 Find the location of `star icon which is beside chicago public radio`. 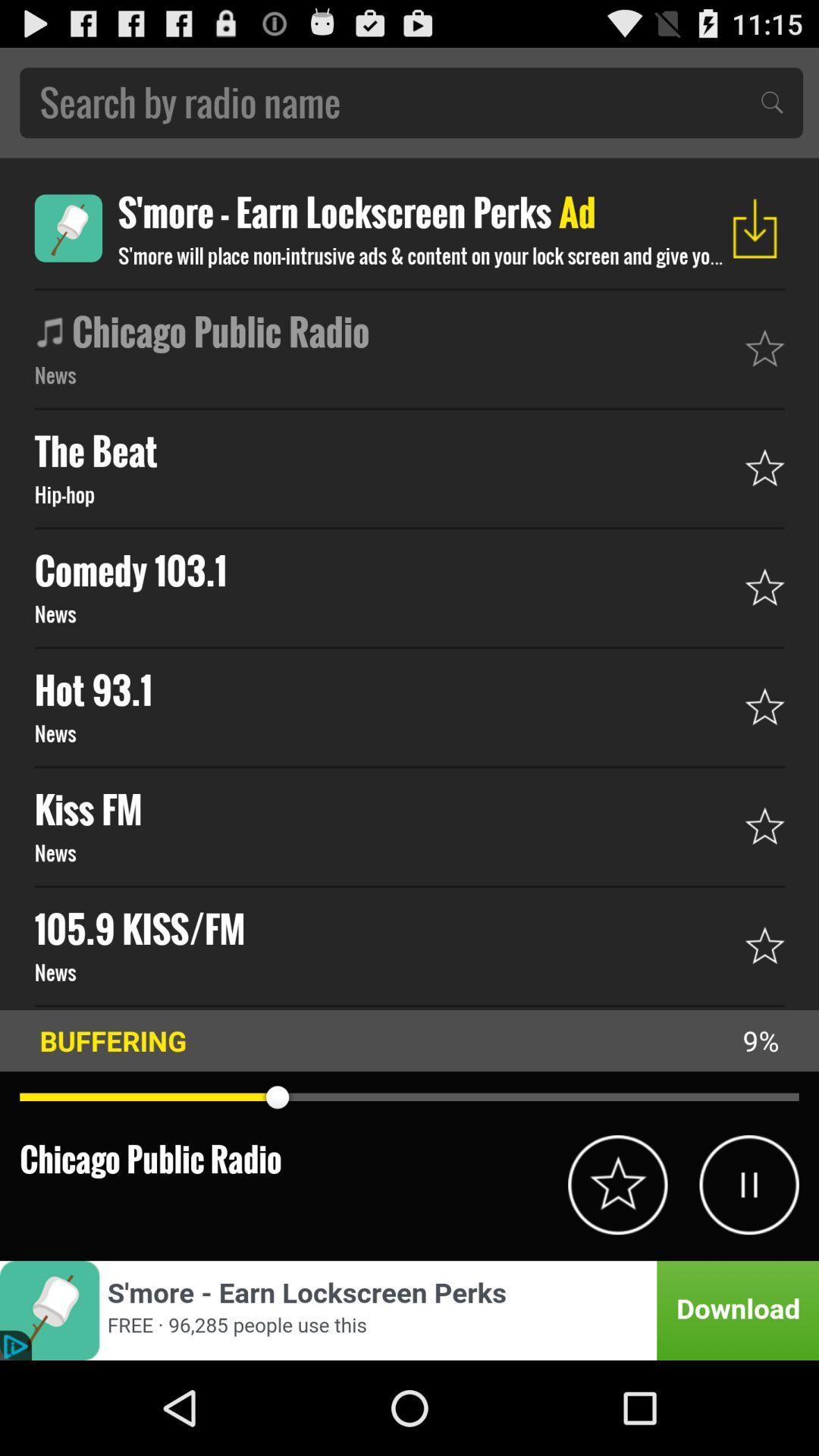

star icon which is beside chicago public radio is located at coordinates (765, 347).